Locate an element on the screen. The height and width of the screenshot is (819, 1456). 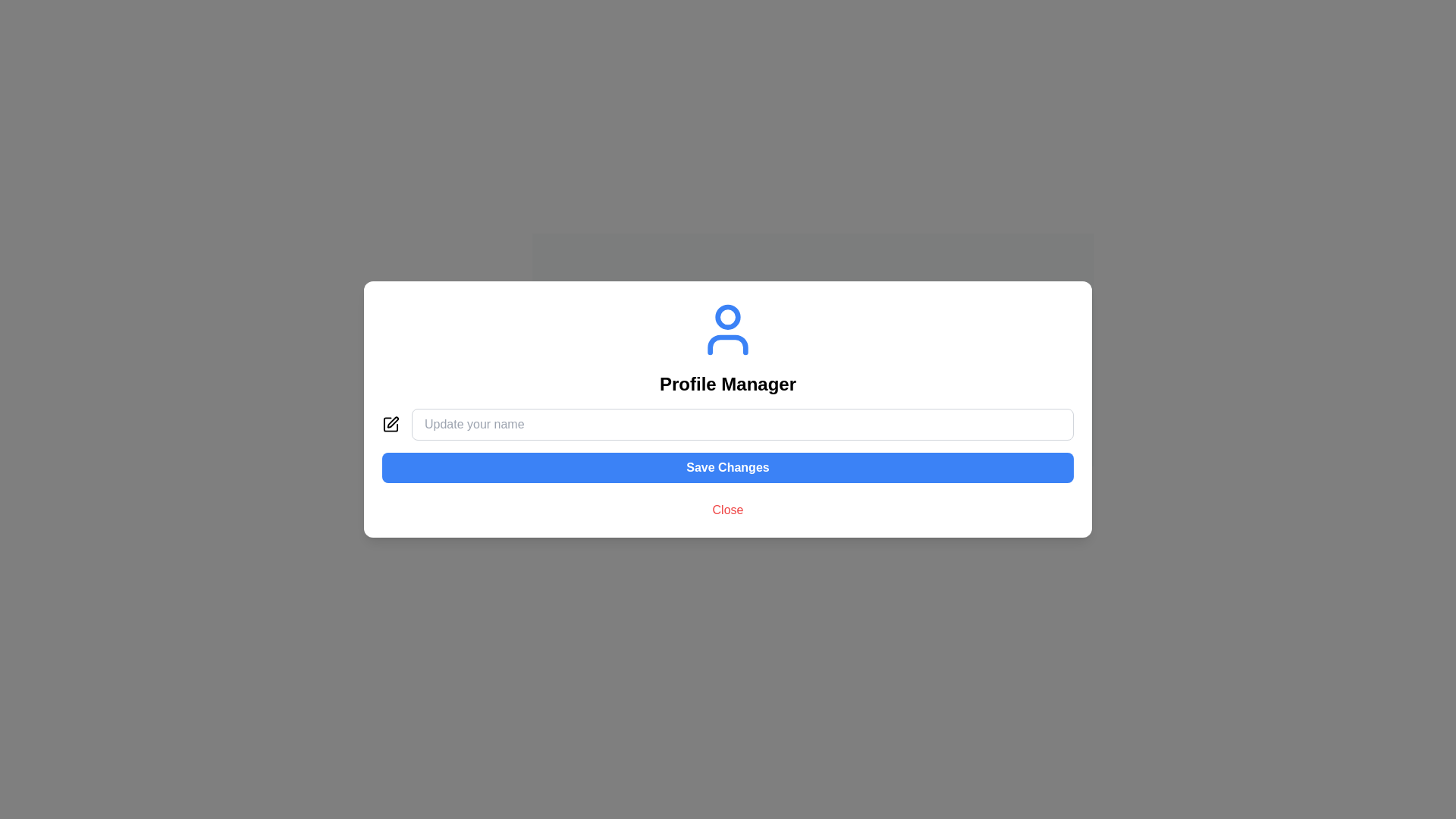
the circular user icon element at the top-central part of the icon, which represents the head of a person in an abstract depiction is located at coordinates (728, 315).